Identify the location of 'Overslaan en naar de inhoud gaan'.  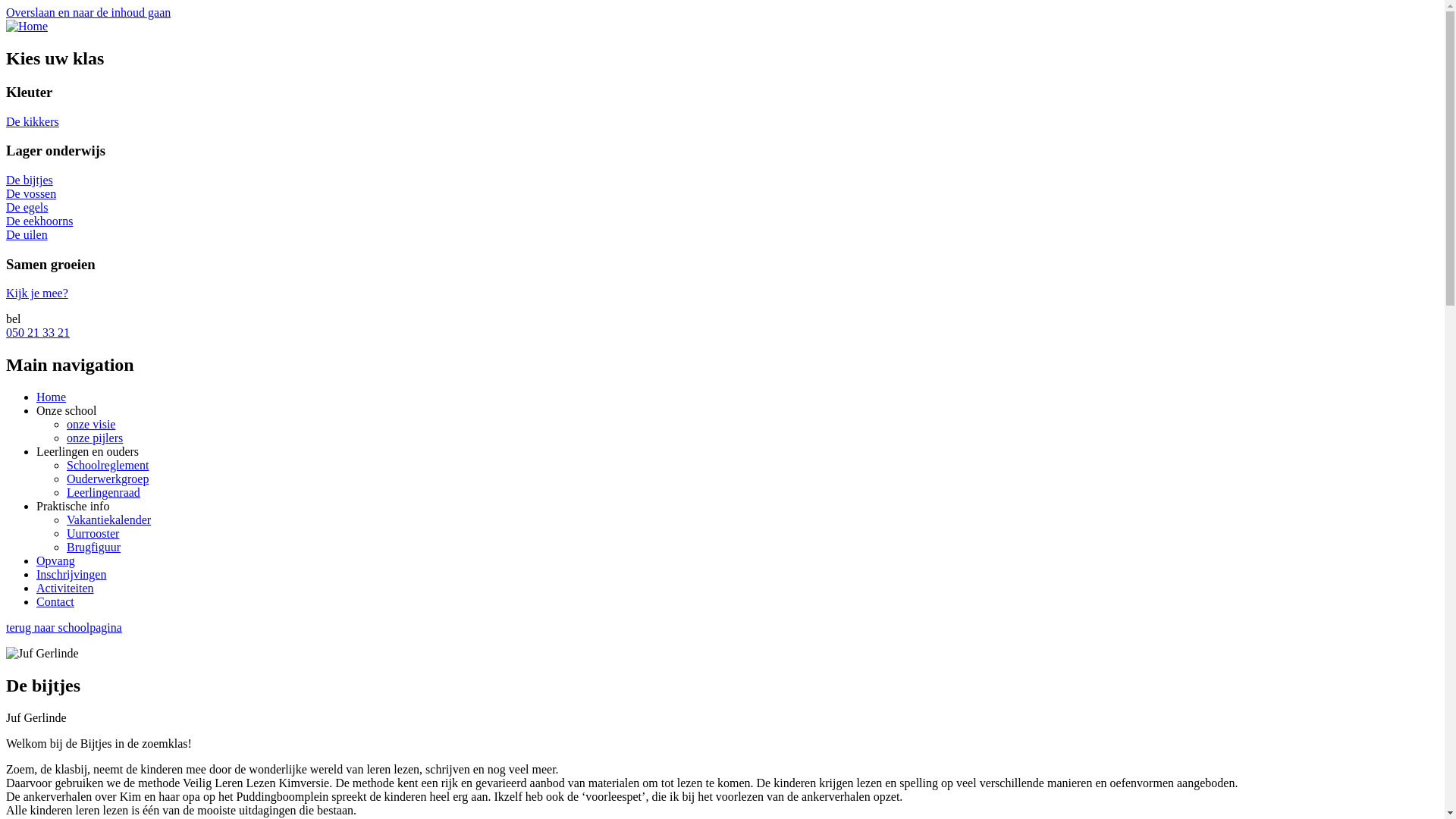
(6, 12).